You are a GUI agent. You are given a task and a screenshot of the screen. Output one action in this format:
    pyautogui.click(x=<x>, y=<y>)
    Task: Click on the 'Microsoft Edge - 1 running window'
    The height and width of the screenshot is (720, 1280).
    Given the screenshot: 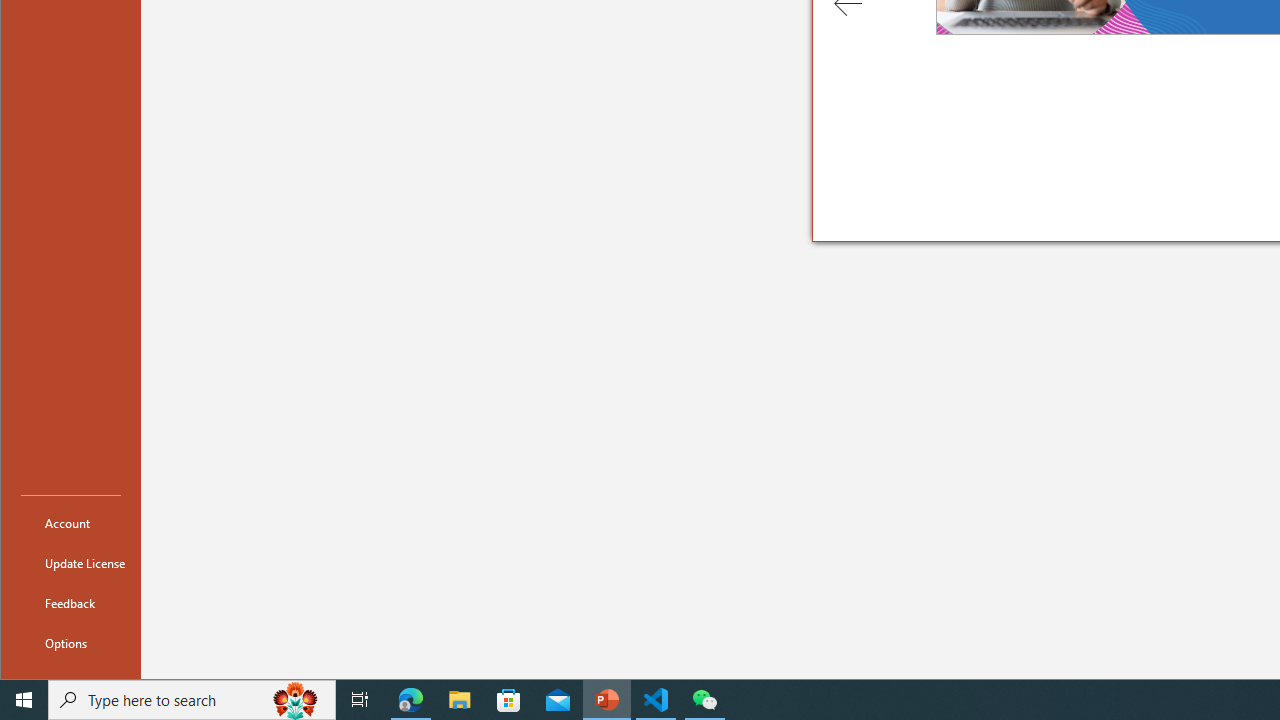 What is the action you would take?
    pyautogui.click(x=410, y=698)
    